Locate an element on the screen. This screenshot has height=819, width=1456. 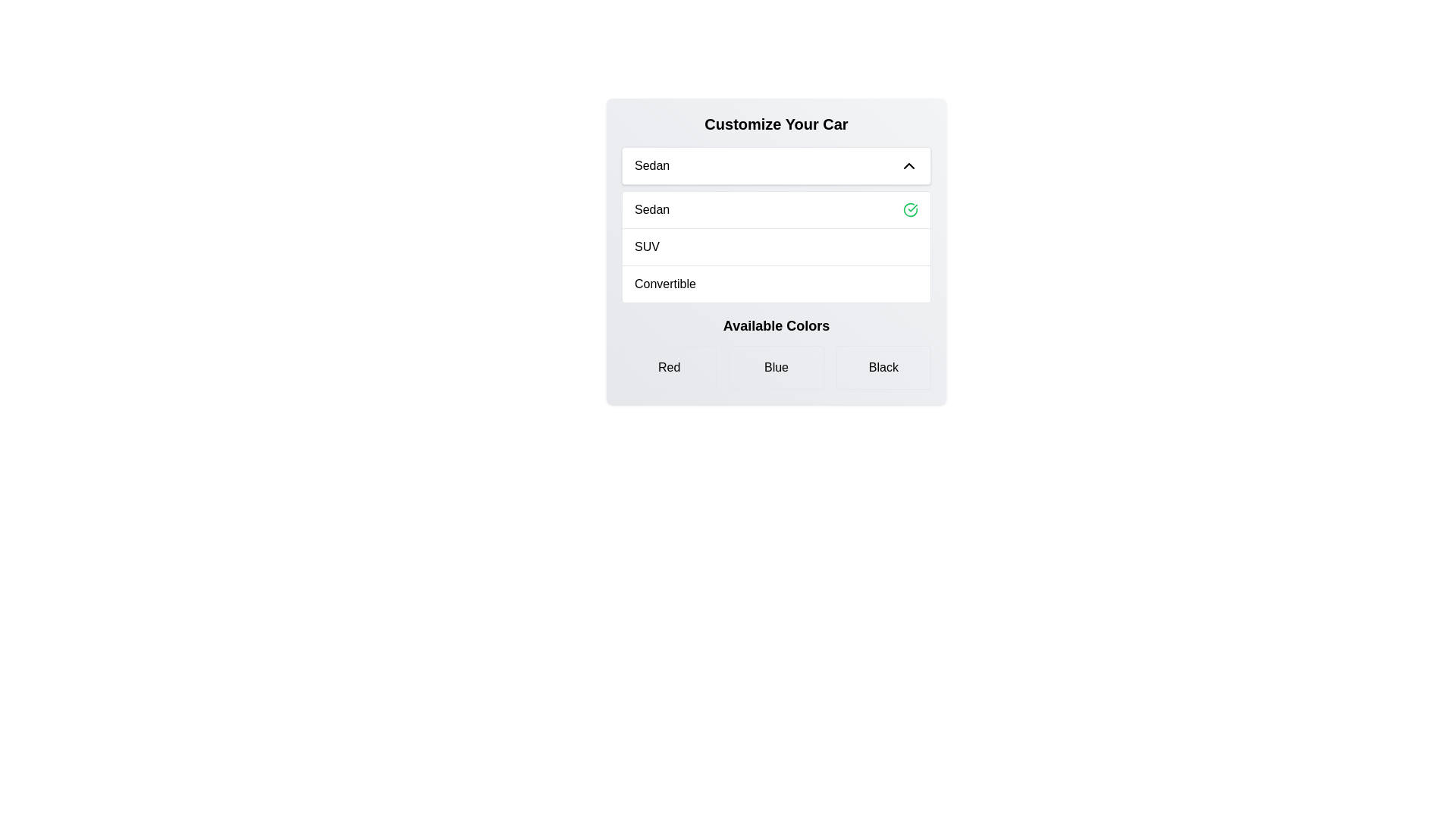
the 'SUV' option in the dropdown menu using keyboard navigation is located at coordinates (776, 250).